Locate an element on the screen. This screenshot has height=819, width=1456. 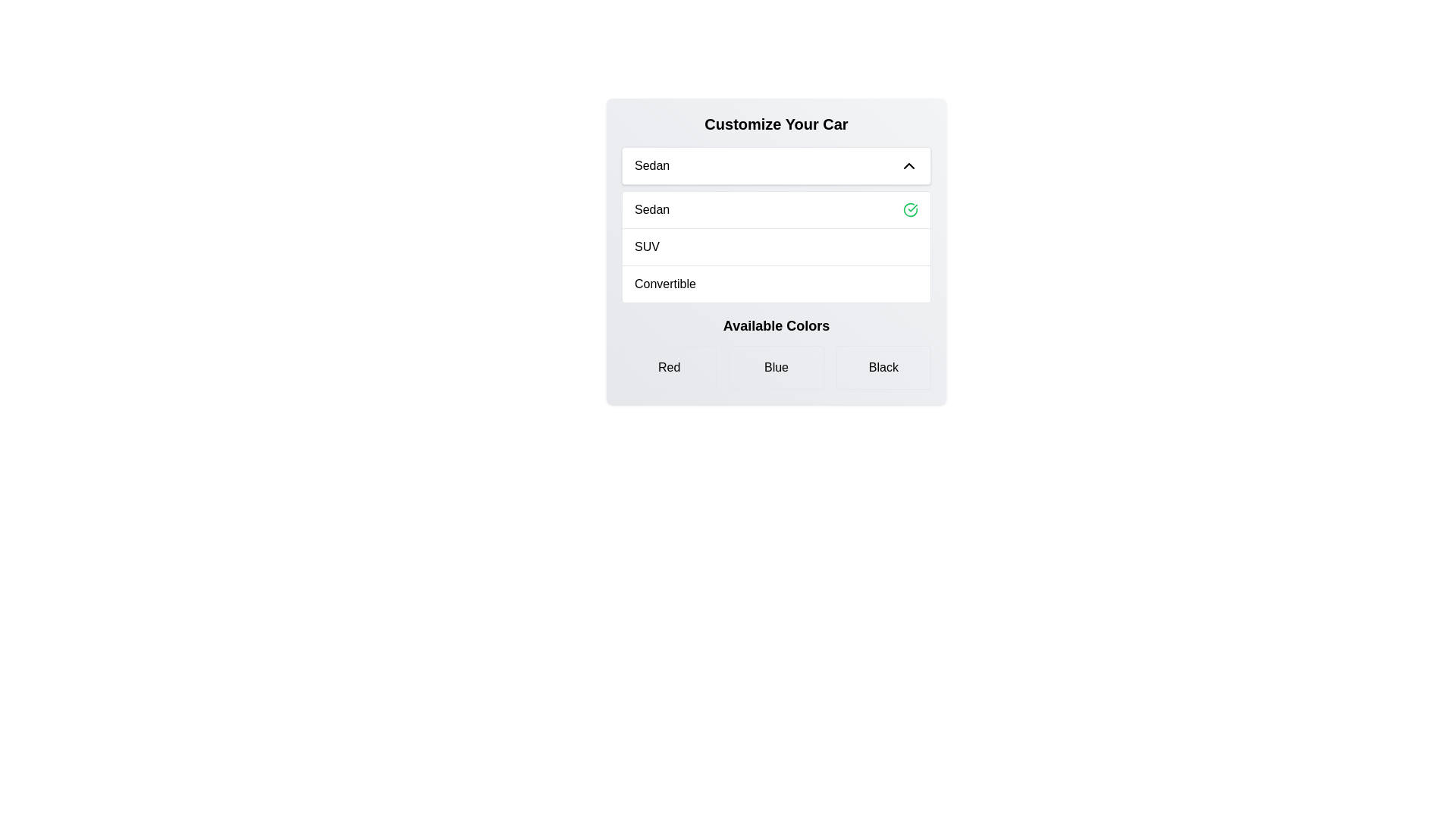
the 'SUV' option in the dropdown menu using keyboard navigation is located at coordinates (776, 250).